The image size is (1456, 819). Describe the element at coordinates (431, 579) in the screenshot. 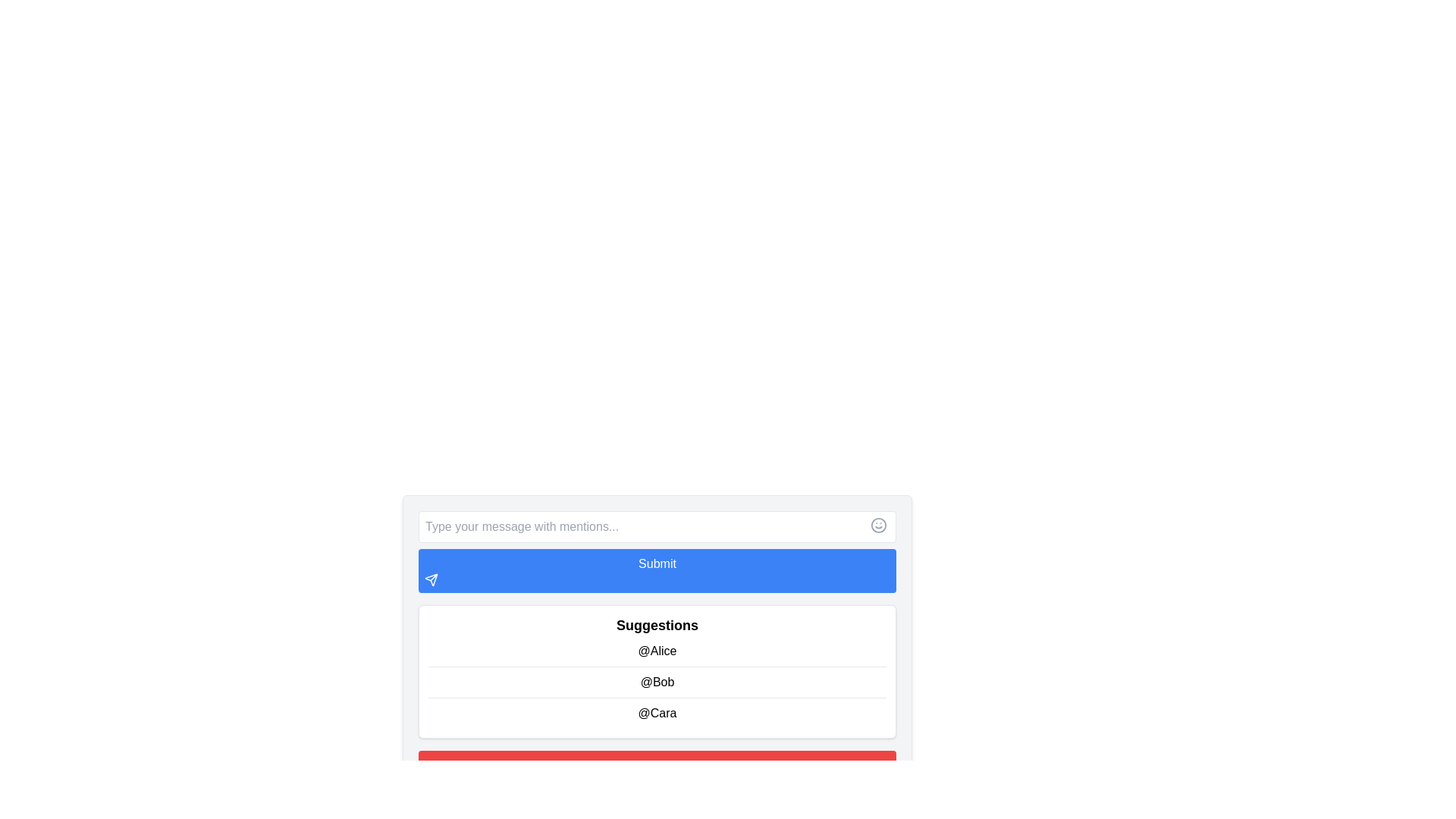

I see `the submit icon located on the blue rectangular button labeled 'Submit', which is centered below a text input field` at that location.